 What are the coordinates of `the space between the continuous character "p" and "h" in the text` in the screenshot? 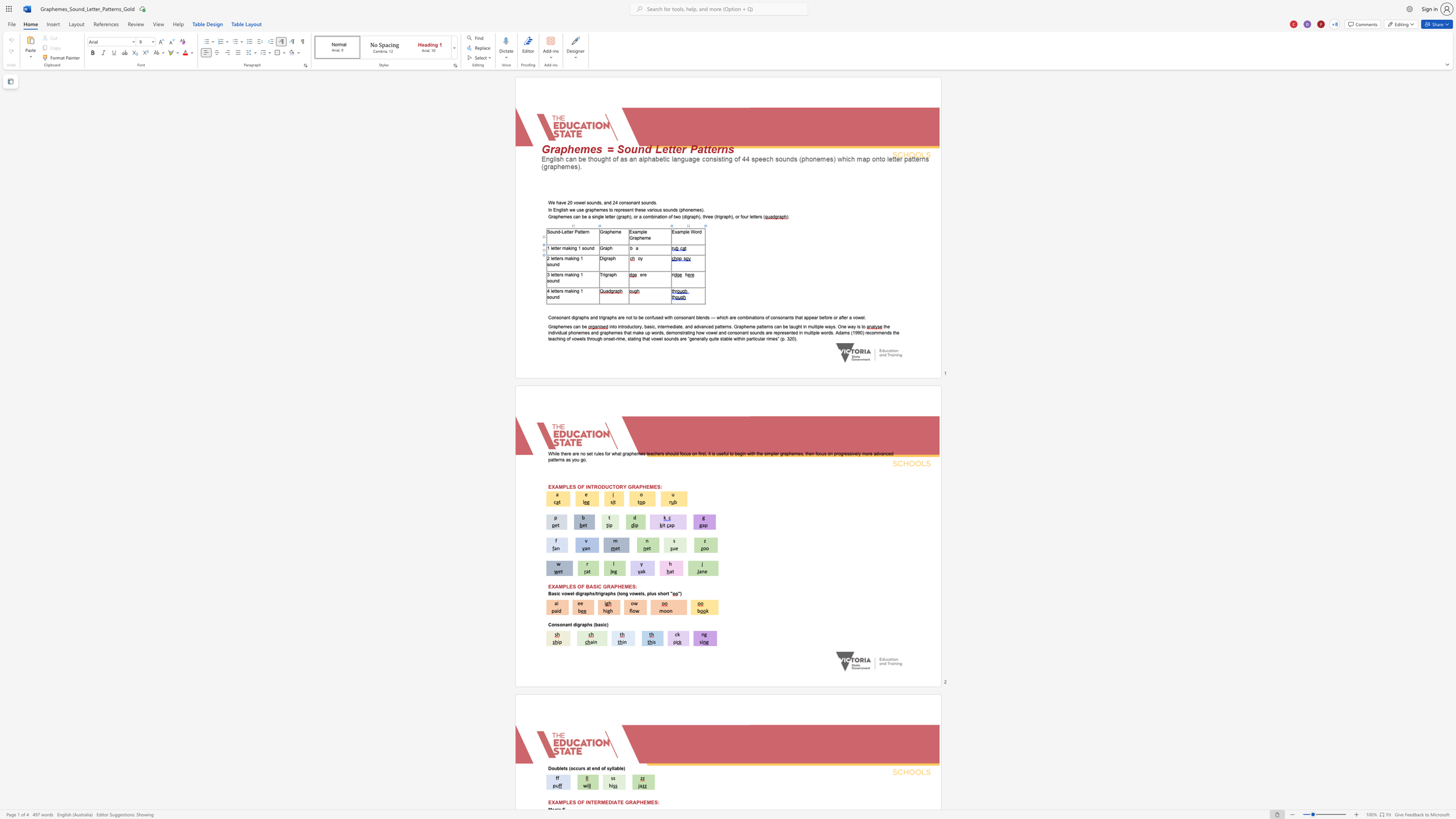 It's located at (610, 248).